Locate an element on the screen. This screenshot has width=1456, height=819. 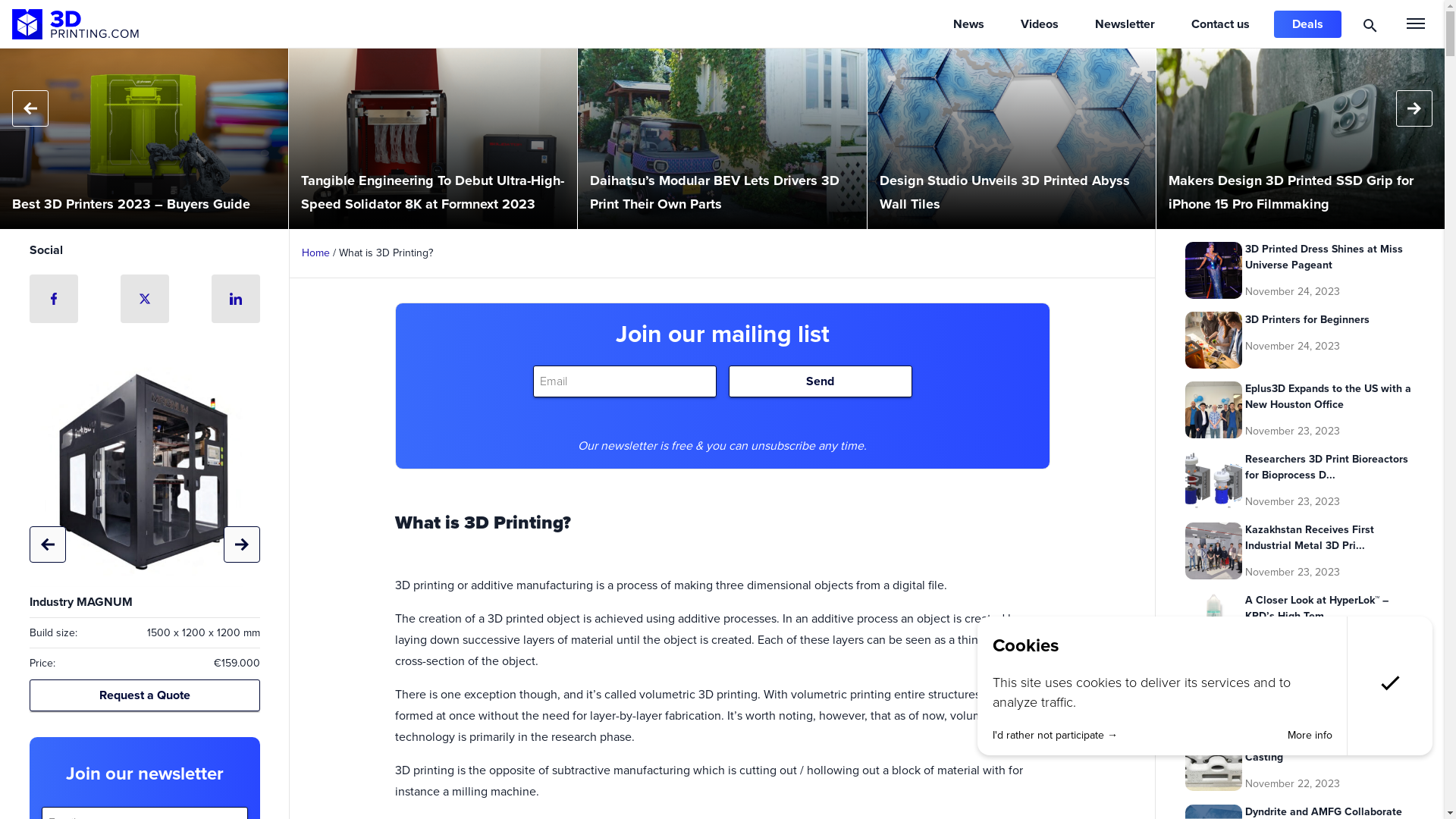
'Send' is located at coordinates (818, 380).